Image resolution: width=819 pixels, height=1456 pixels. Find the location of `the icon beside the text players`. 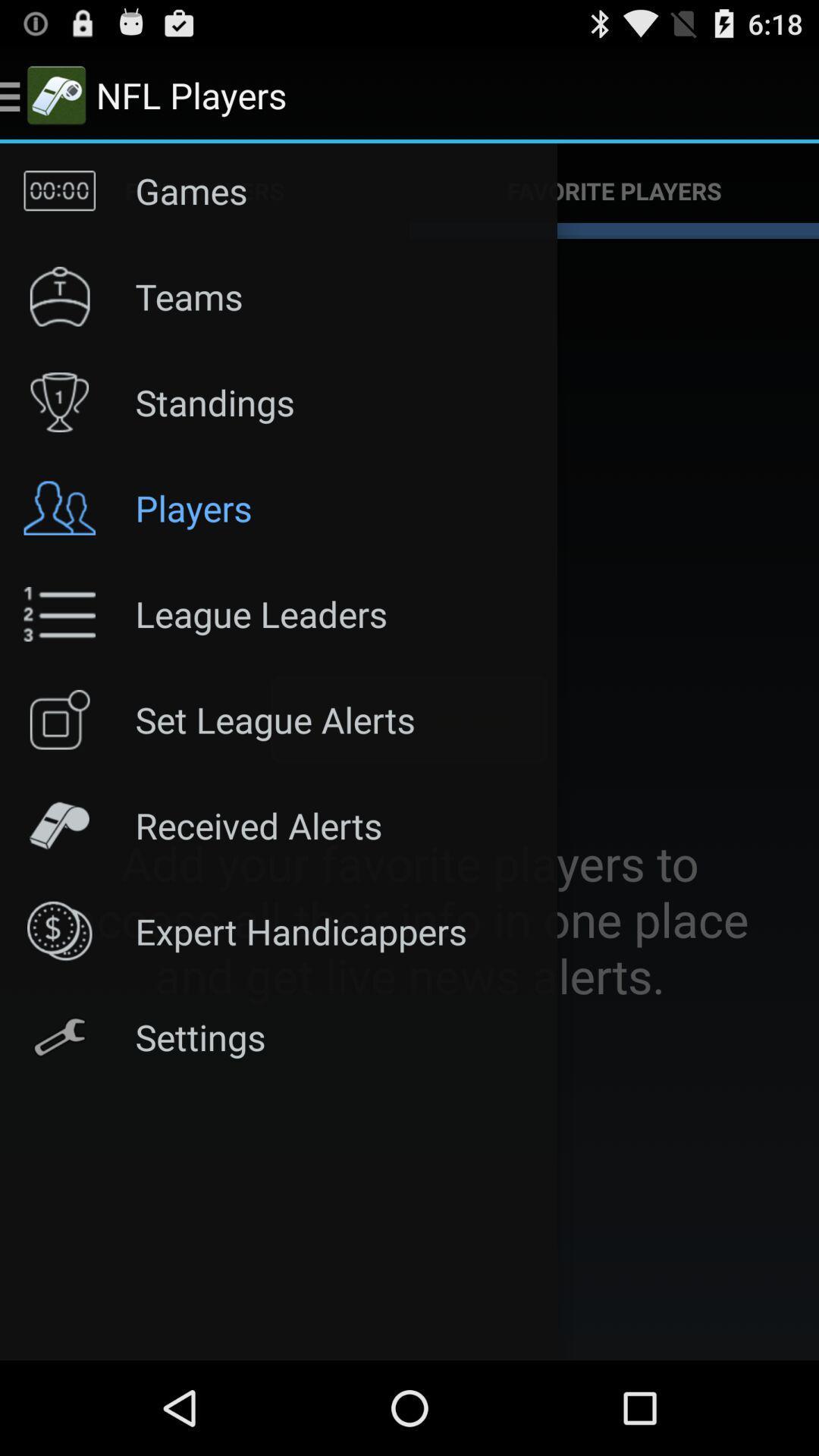

the icon beside the text players is located at coordinates (58, 508).